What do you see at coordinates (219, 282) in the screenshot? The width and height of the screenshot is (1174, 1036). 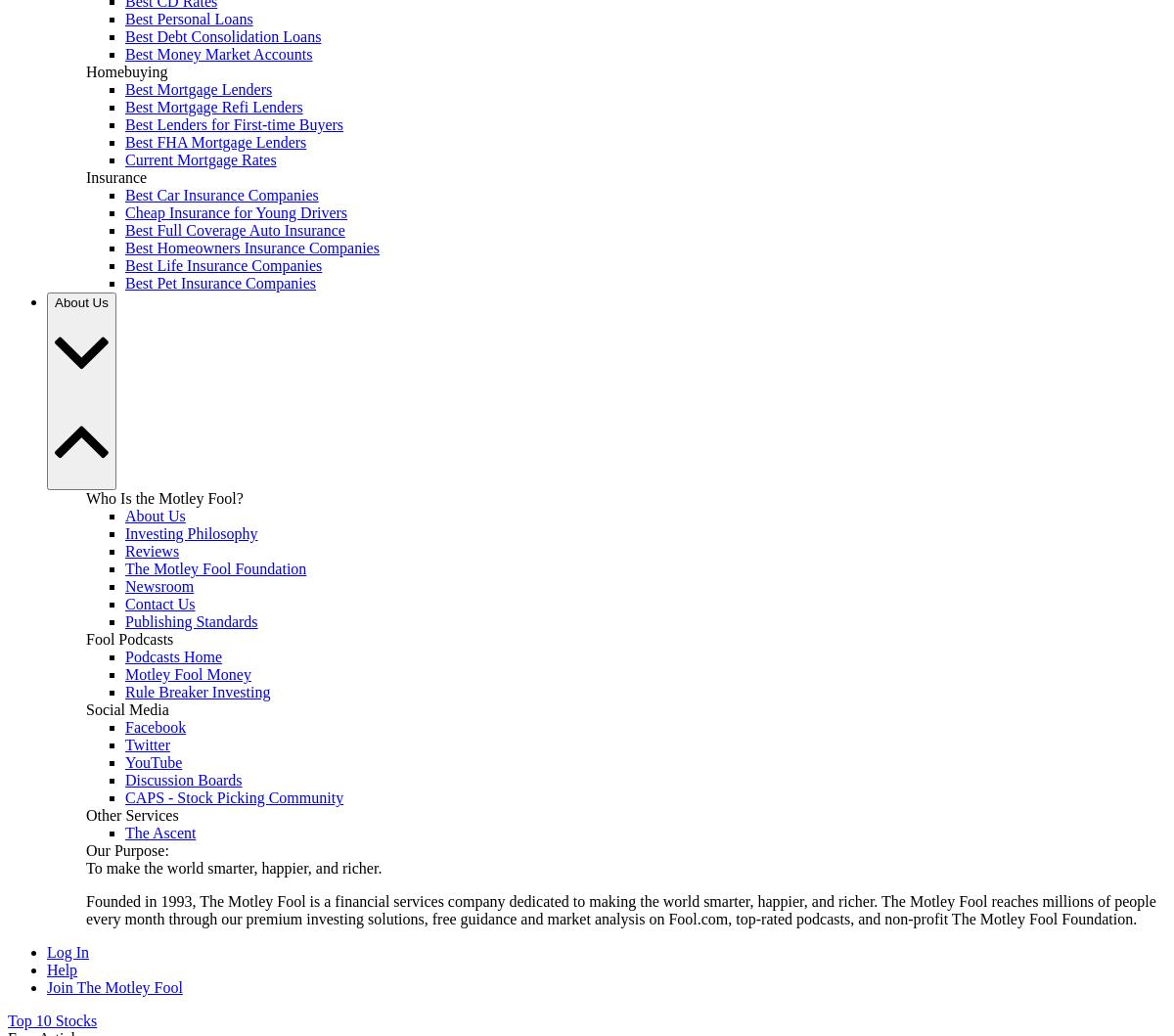 I see `'Best Pet Insurance Companies'` at bounding box center [219, 282].